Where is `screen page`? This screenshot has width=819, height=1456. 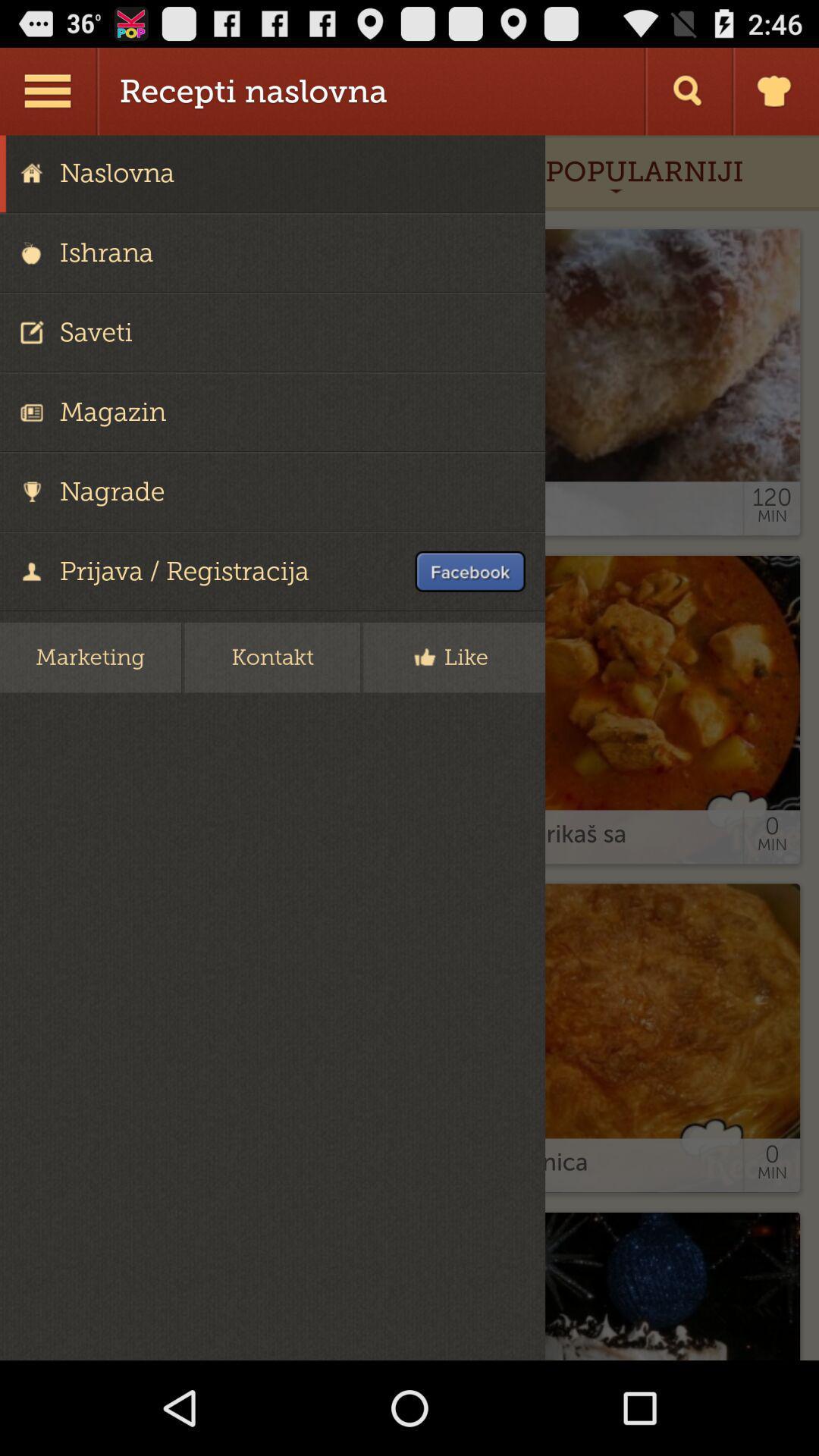
screen page is located at coordinates (409, 748).